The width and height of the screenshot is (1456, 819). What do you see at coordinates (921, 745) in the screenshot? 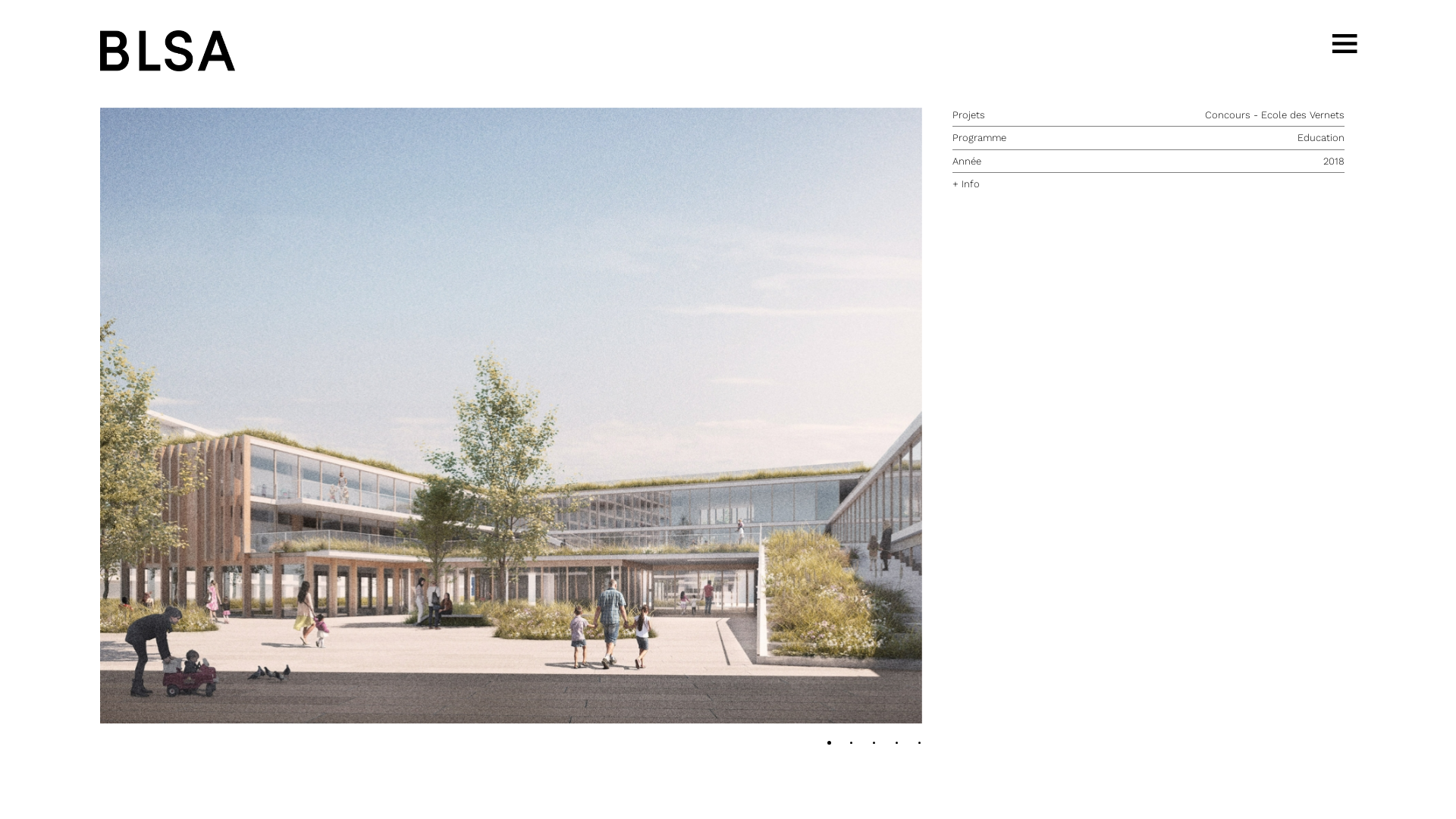
I see `'4'` at bounding box center [921, 745].